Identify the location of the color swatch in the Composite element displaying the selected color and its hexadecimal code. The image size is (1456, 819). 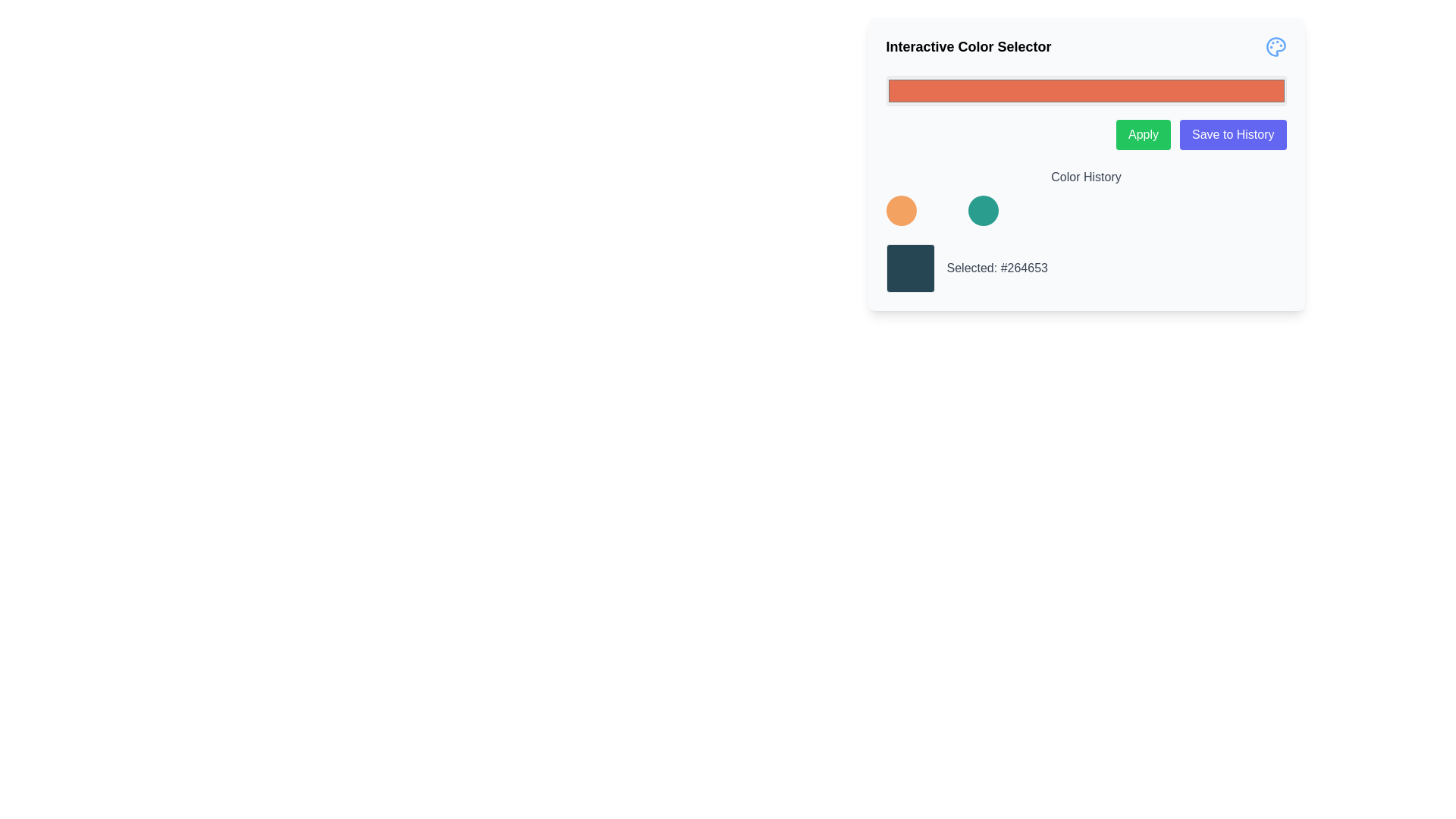
(1085, 268).